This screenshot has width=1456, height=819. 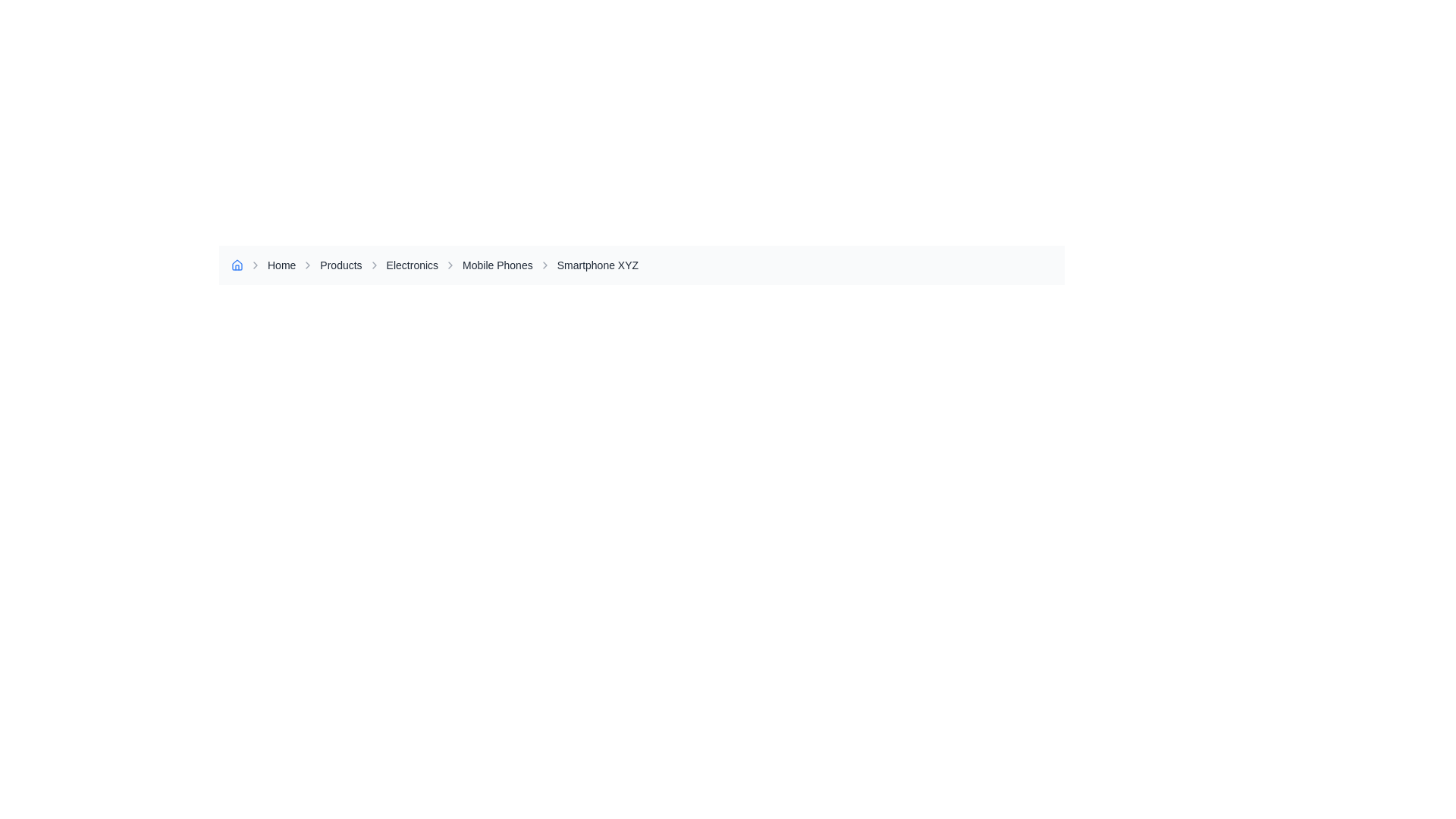 I want to click on the 'Home' hyperlink in the breadcrumb navigation, which is styled in gray and turns blue on hover, positioned between the house icon and the chevron icon, so click(x=272, y=265).